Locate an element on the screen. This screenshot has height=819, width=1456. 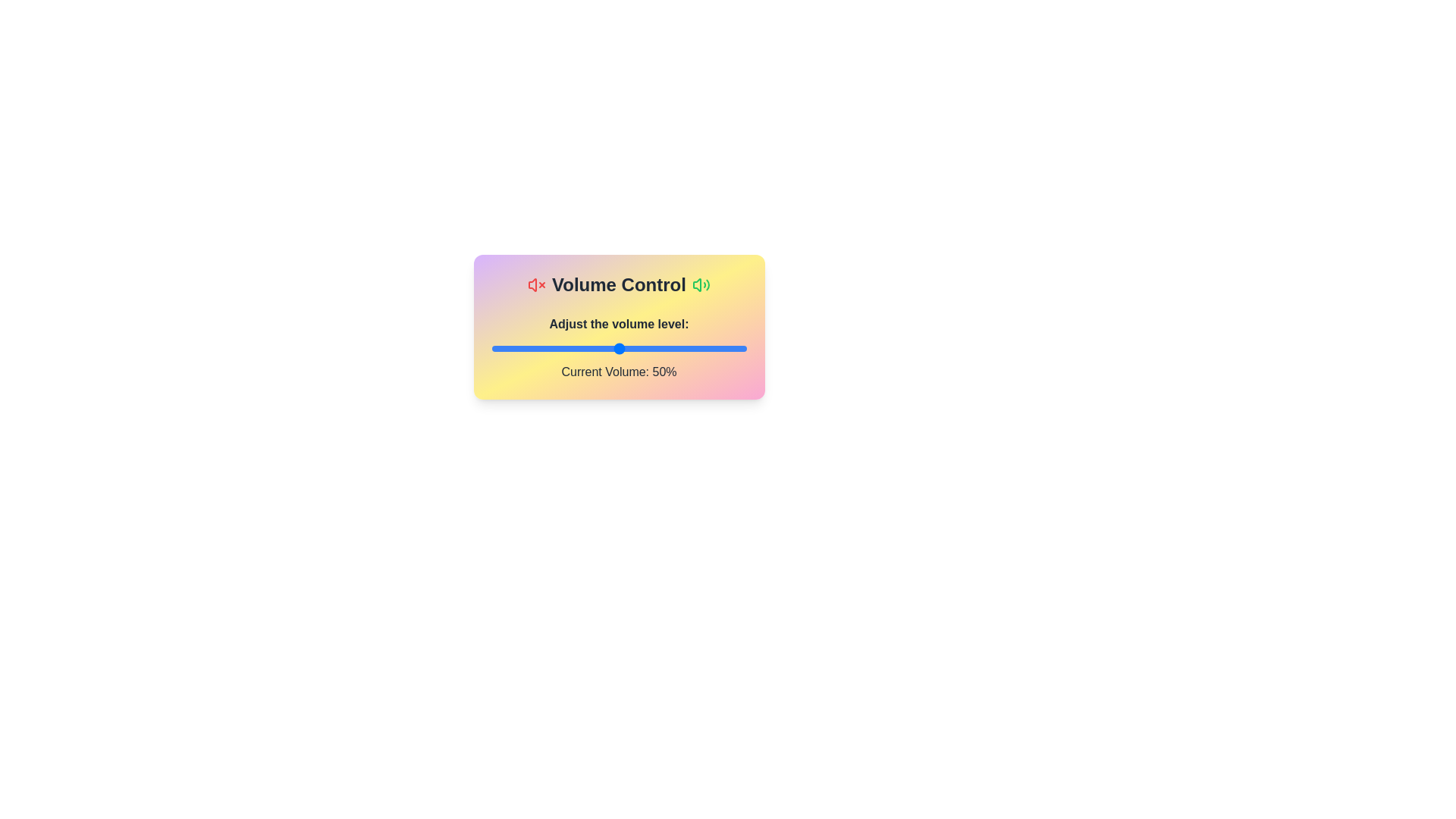
the unmute volume icon is located at coordinates (700, 284).